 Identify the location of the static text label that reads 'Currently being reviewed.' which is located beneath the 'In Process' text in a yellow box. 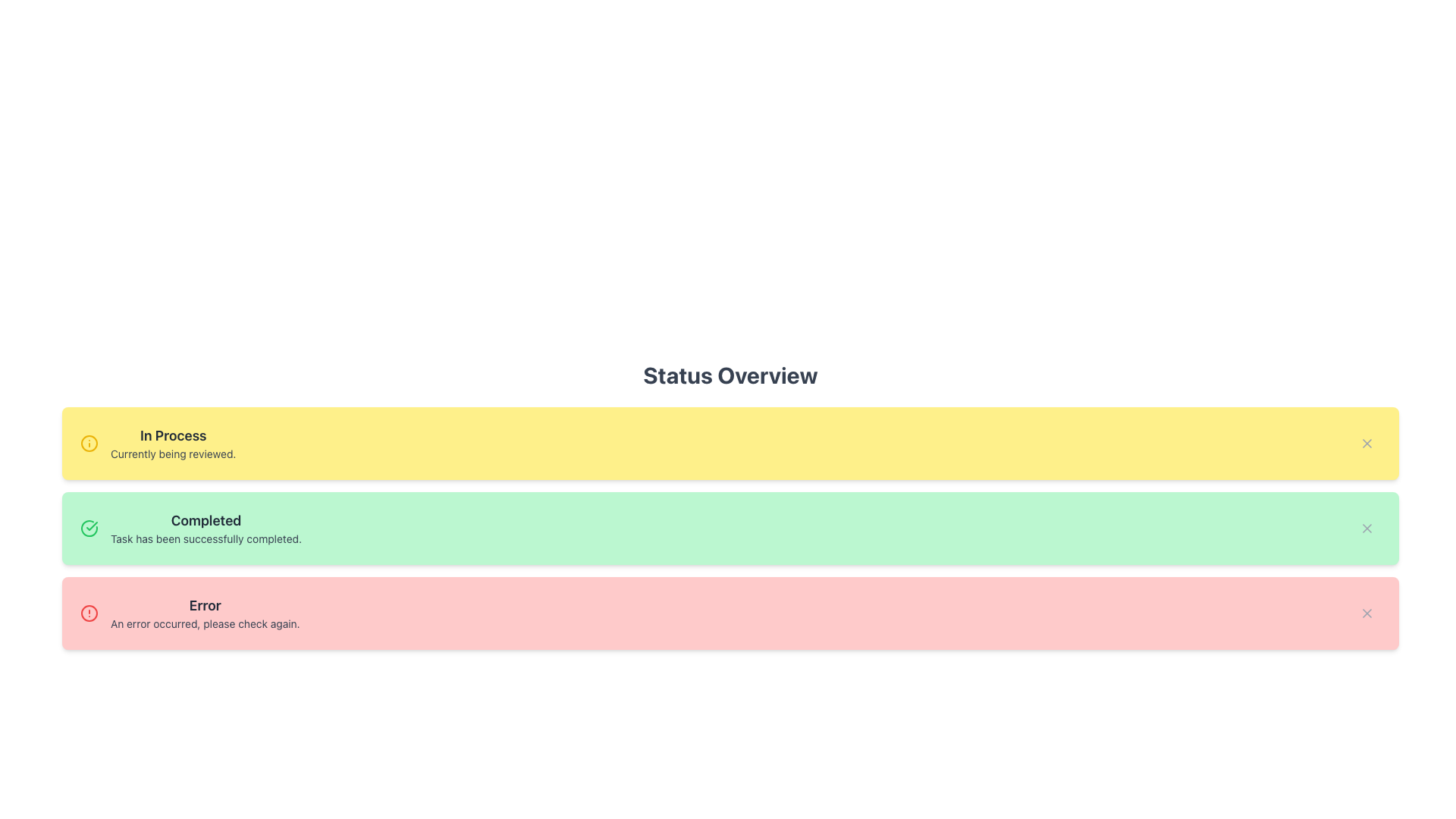
(173, 453).